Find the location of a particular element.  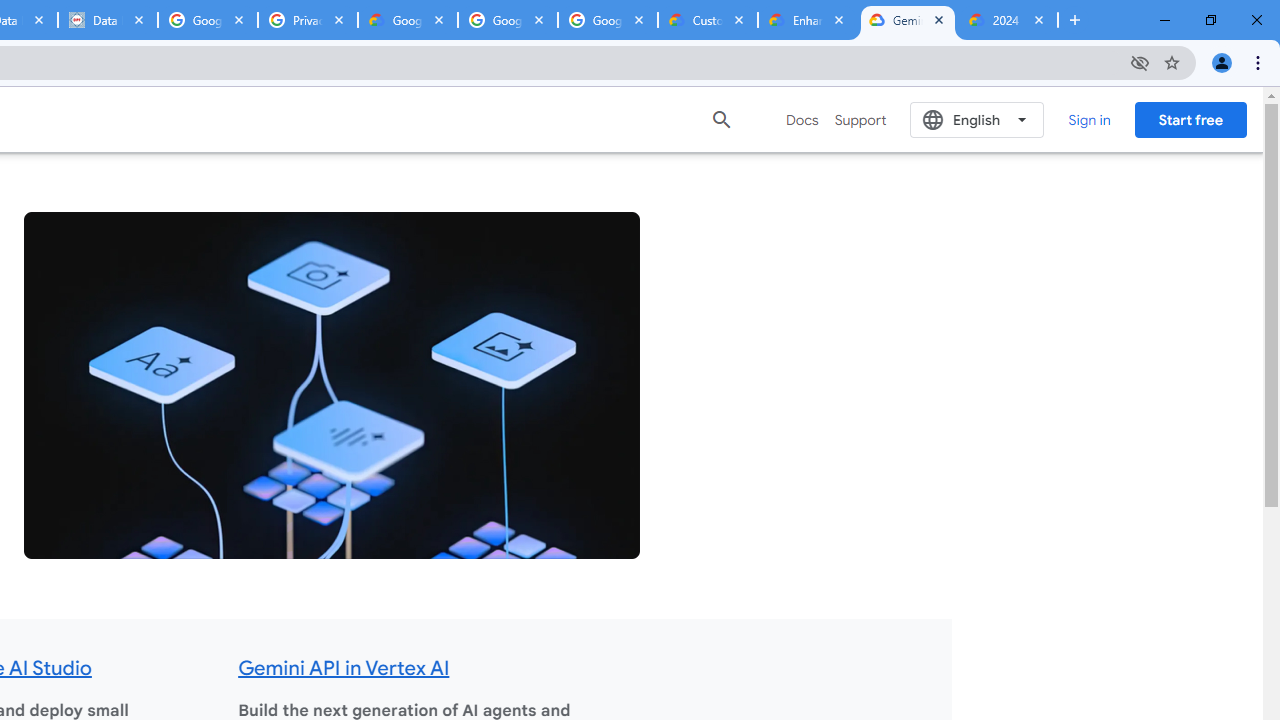

'Data Privacy Framework' is located at coordinates (106, 20).